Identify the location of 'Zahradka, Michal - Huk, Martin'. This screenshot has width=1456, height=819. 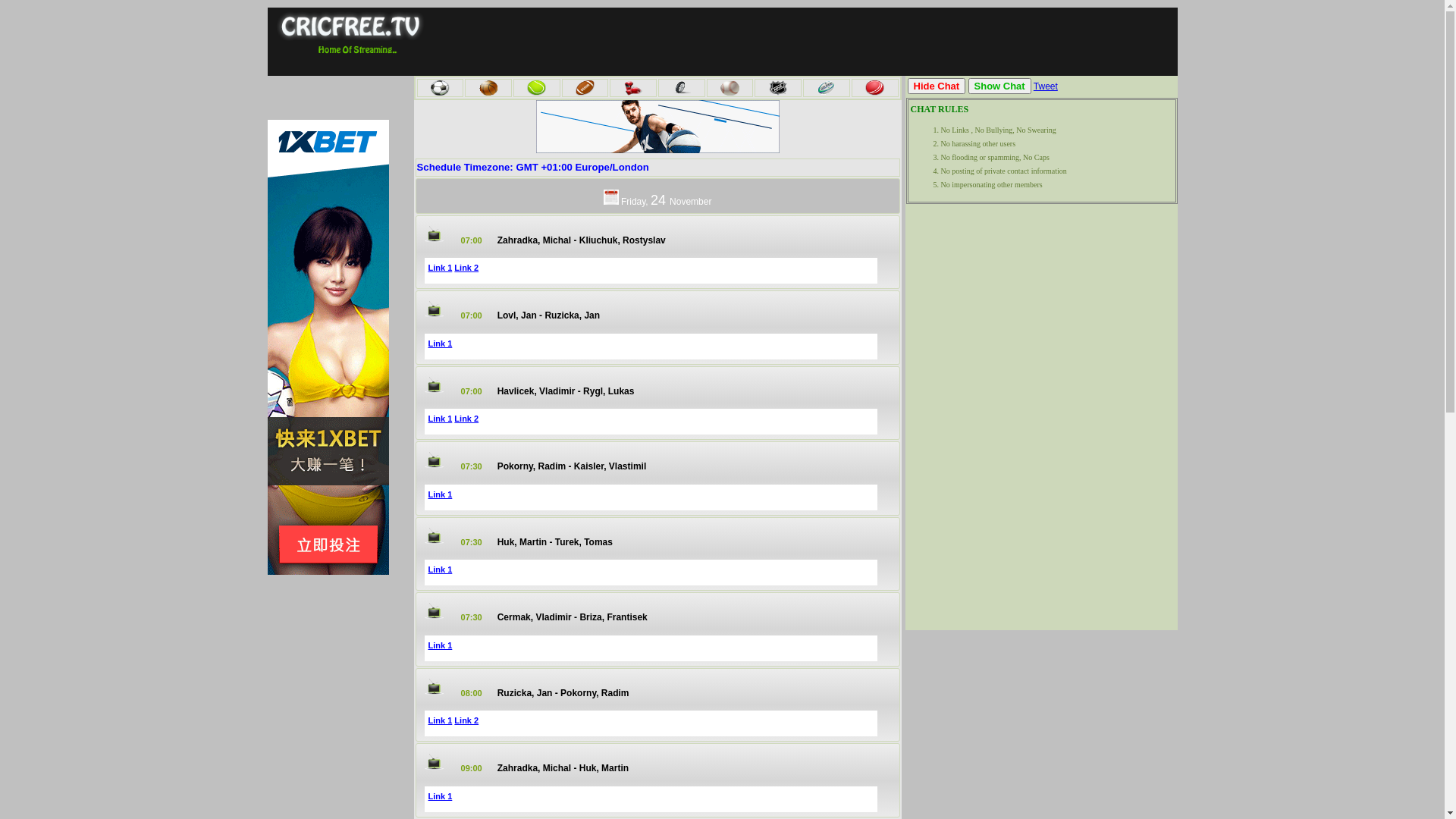
(562, 768).